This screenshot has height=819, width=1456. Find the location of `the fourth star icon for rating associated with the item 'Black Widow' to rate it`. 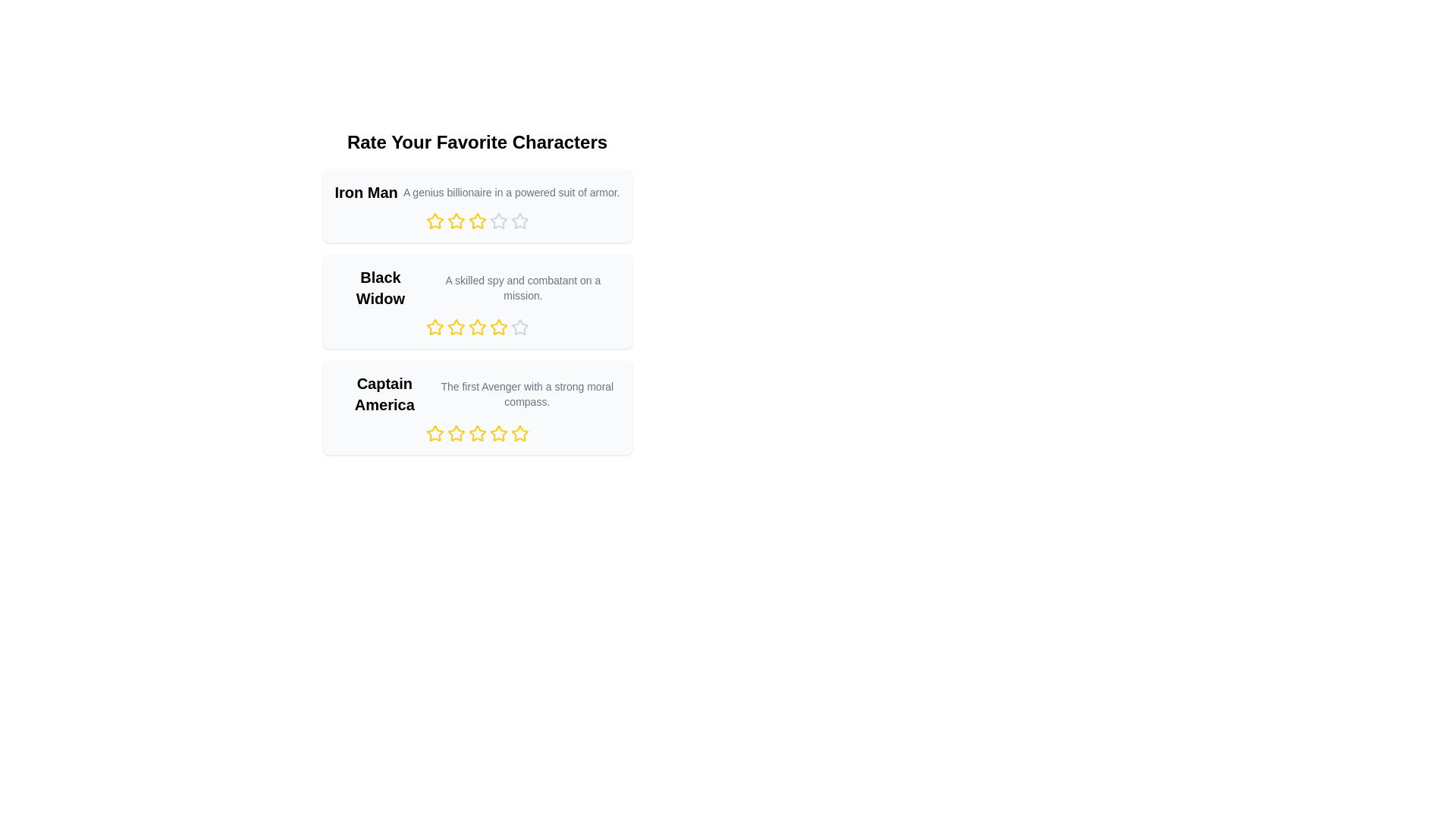

the fourth star icon for rating associated with the item 'Black Widow' to rate it is located at coordinates (519, 326).